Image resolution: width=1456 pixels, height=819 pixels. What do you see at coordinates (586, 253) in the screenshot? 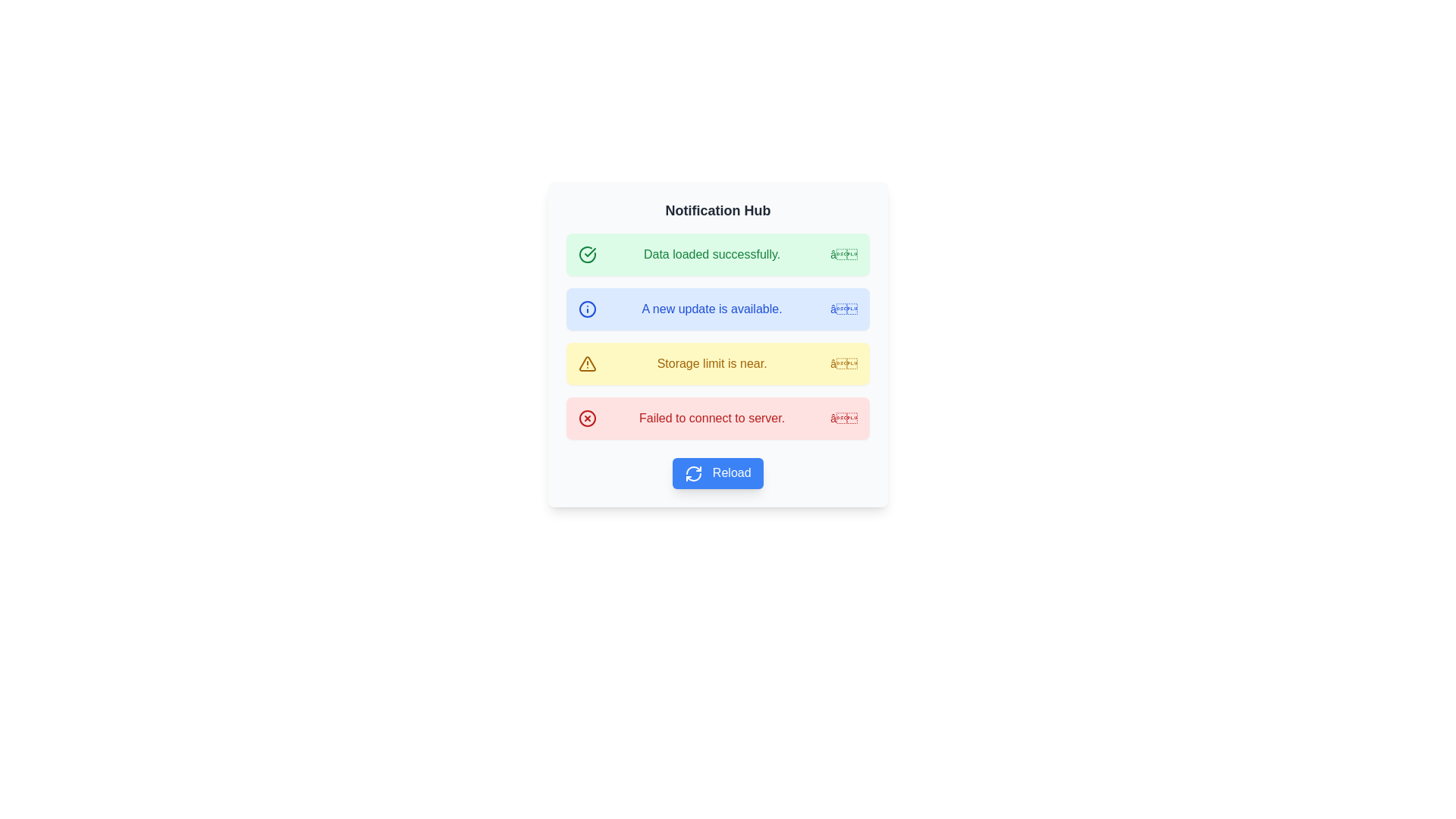
I see `the green circular checkmark icon indicating 'Data loaded successfully' within the Notification Hub` at bounding box center [586, 253].